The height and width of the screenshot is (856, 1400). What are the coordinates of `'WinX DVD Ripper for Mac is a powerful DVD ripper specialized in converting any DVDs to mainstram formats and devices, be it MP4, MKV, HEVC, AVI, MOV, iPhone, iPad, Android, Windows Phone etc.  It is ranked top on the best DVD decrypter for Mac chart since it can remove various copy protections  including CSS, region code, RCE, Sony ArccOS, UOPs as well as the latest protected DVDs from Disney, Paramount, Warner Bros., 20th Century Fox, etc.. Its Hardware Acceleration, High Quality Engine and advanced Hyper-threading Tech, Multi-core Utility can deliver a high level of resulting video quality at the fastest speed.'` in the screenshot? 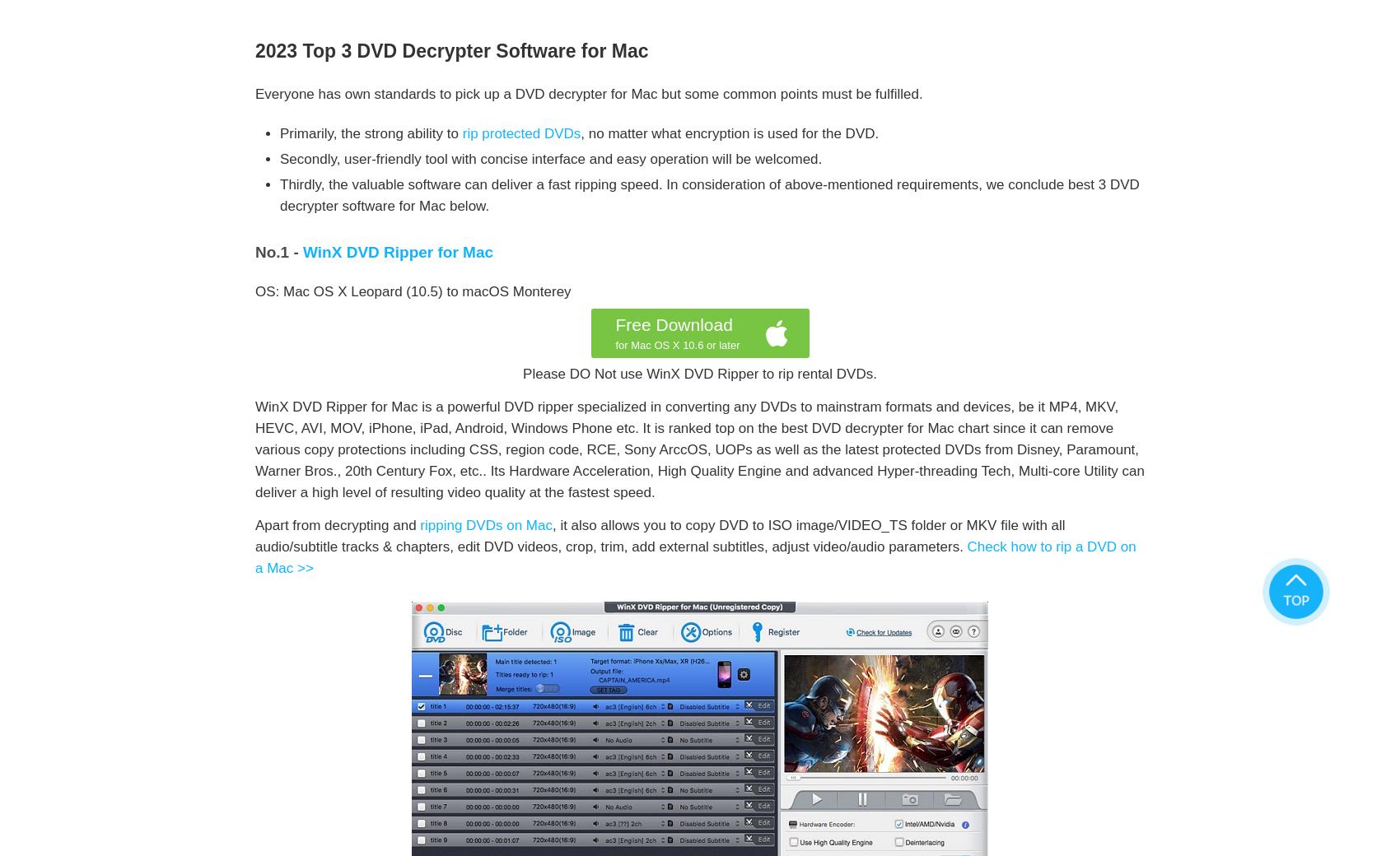 It's located at (700, 449).